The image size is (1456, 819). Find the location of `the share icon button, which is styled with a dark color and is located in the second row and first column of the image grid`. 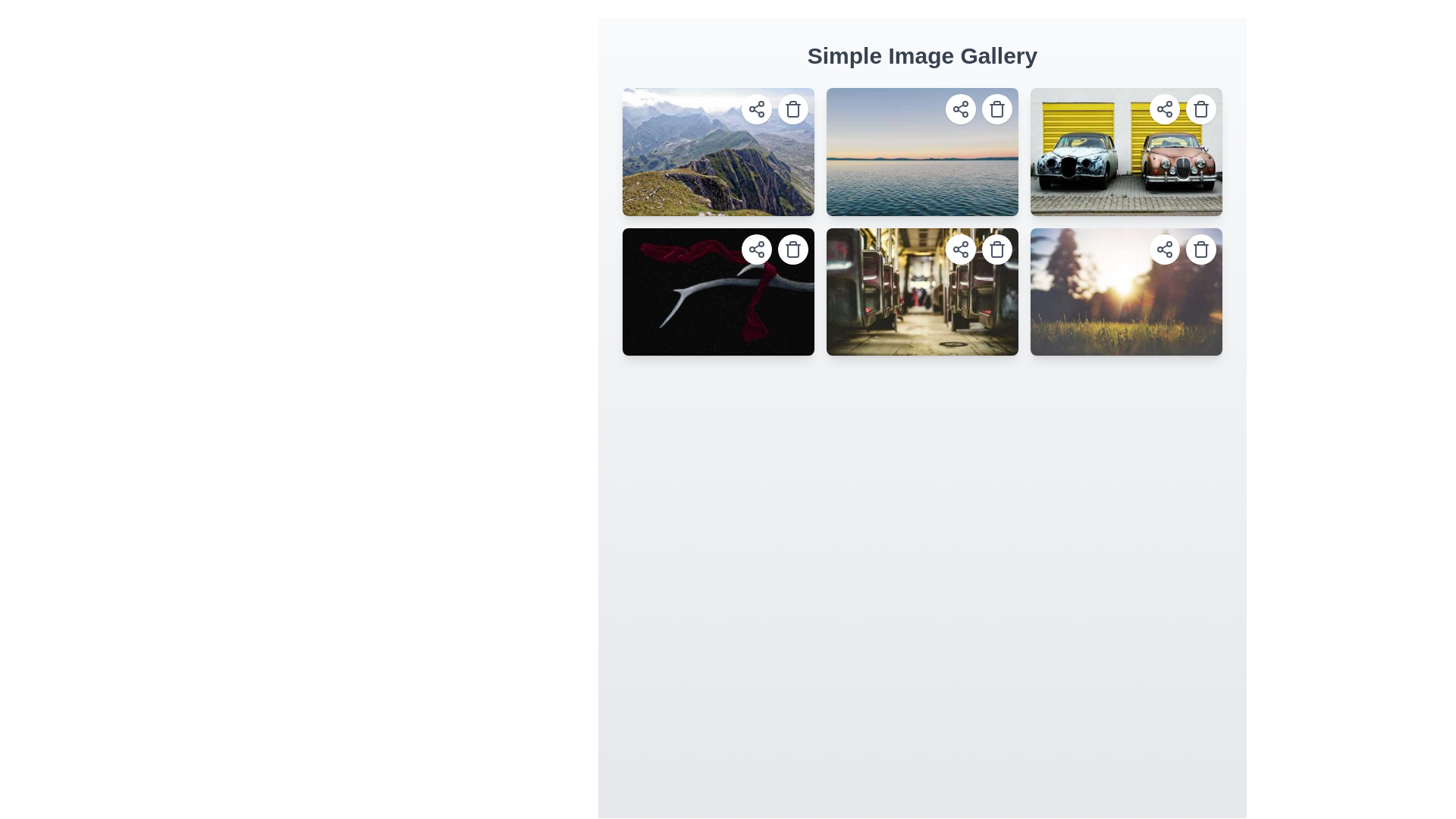

the share icon button, which is styled with a dark color and is located in the second row and first column of the image grid is located at coordinates (757, 247).